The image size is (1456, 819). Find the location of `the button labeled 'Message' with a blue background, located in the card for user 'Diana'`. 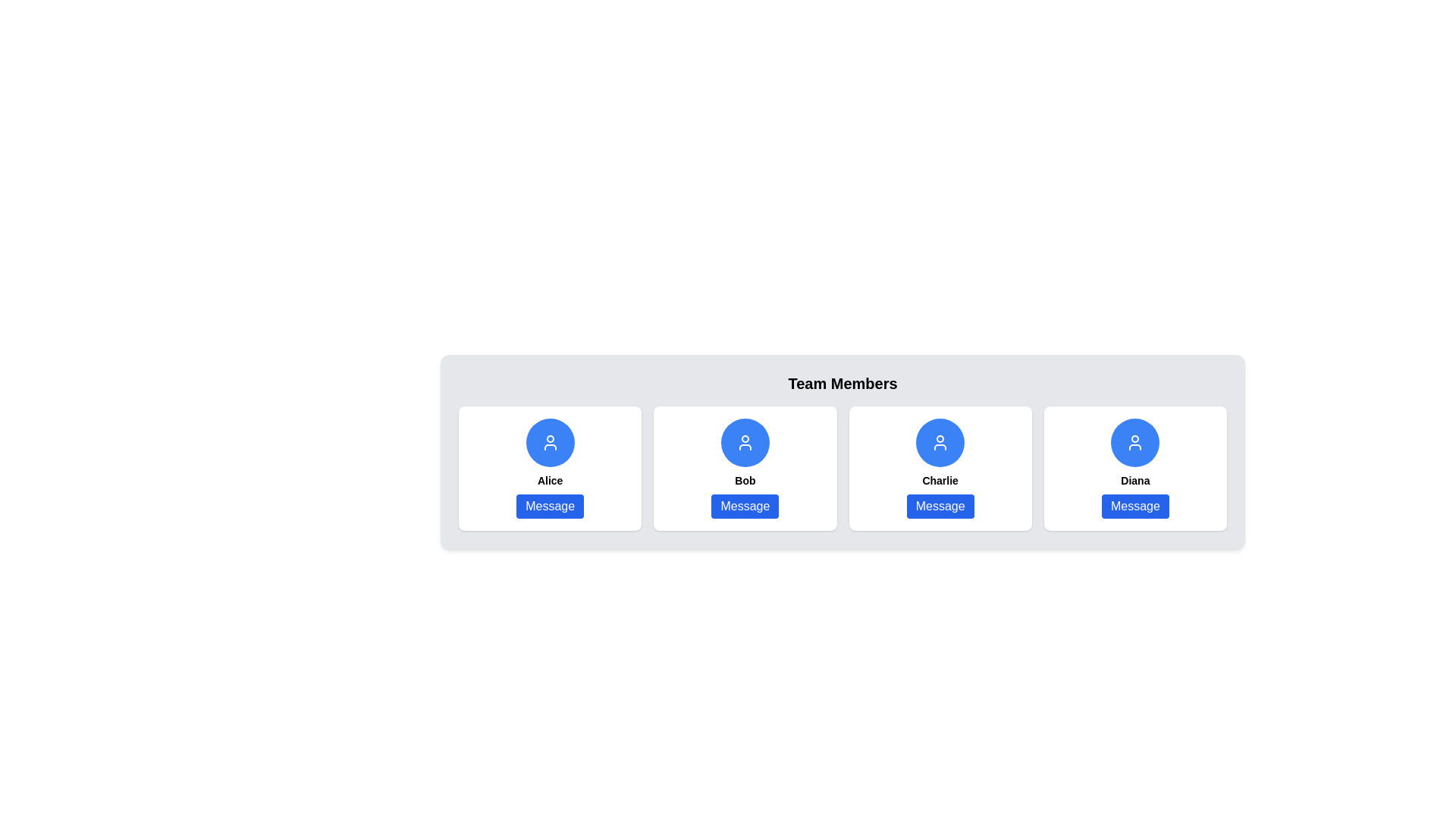

the button labeled 'Message' with a blue background, located in the card for user 'Diana' is located at coordinates (1135, 506).